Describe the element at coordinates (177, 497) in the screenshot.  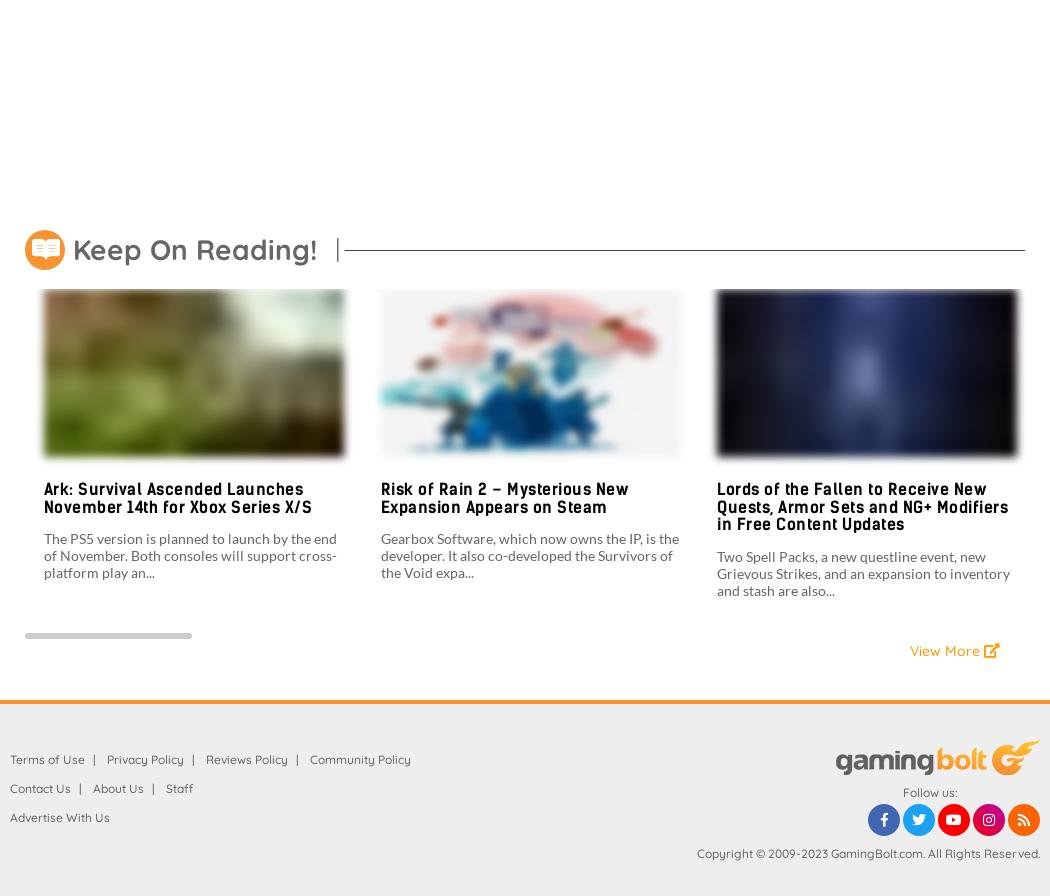
I see `'Ark: Survival Ascended Launches November 14th for Xbox Series X/S'` at that location.